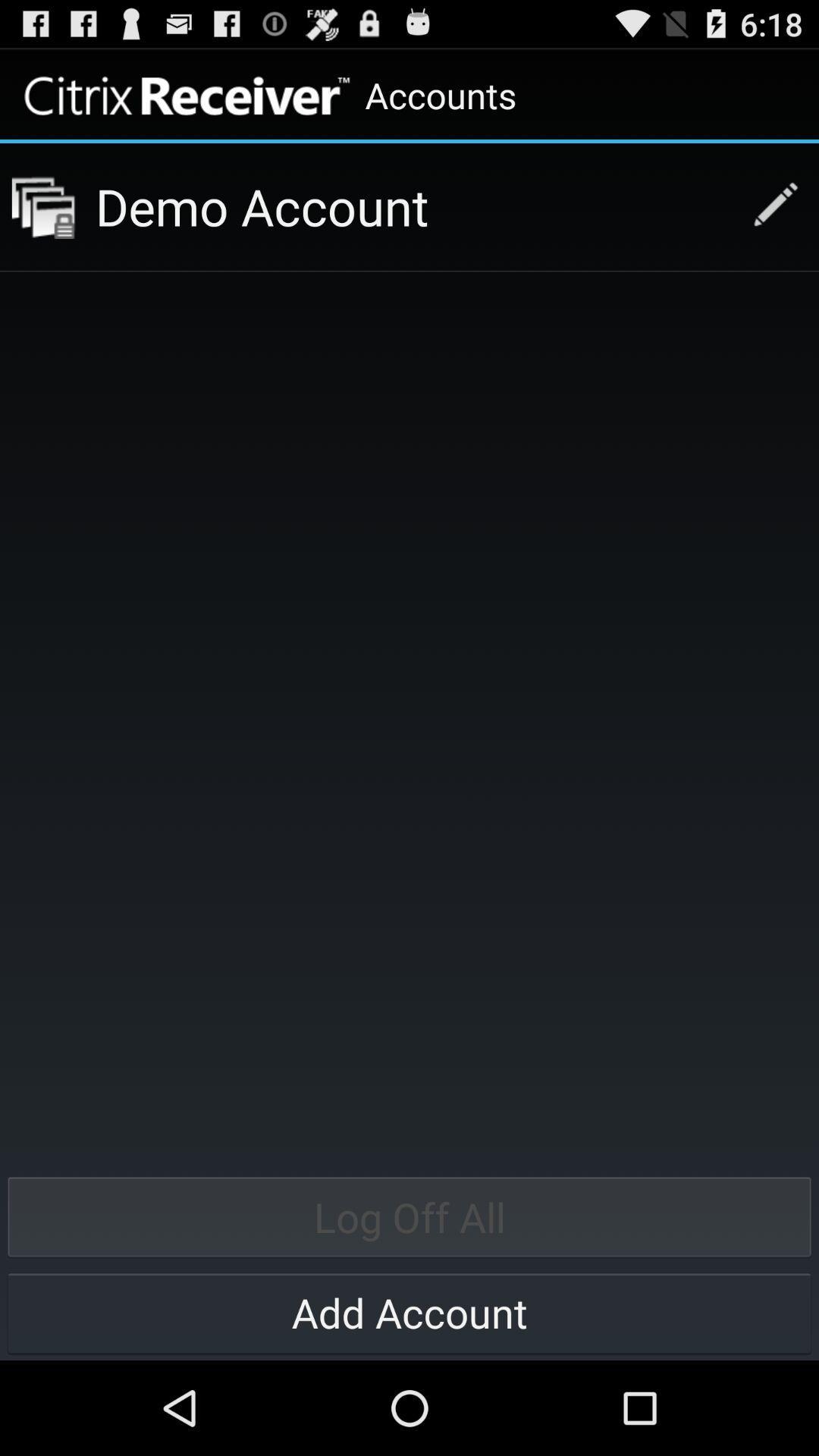  What do you see at coordinates (767, 206) in the screenshot?
I see `the icon at the top right corner` at bounding box center [767, 206].